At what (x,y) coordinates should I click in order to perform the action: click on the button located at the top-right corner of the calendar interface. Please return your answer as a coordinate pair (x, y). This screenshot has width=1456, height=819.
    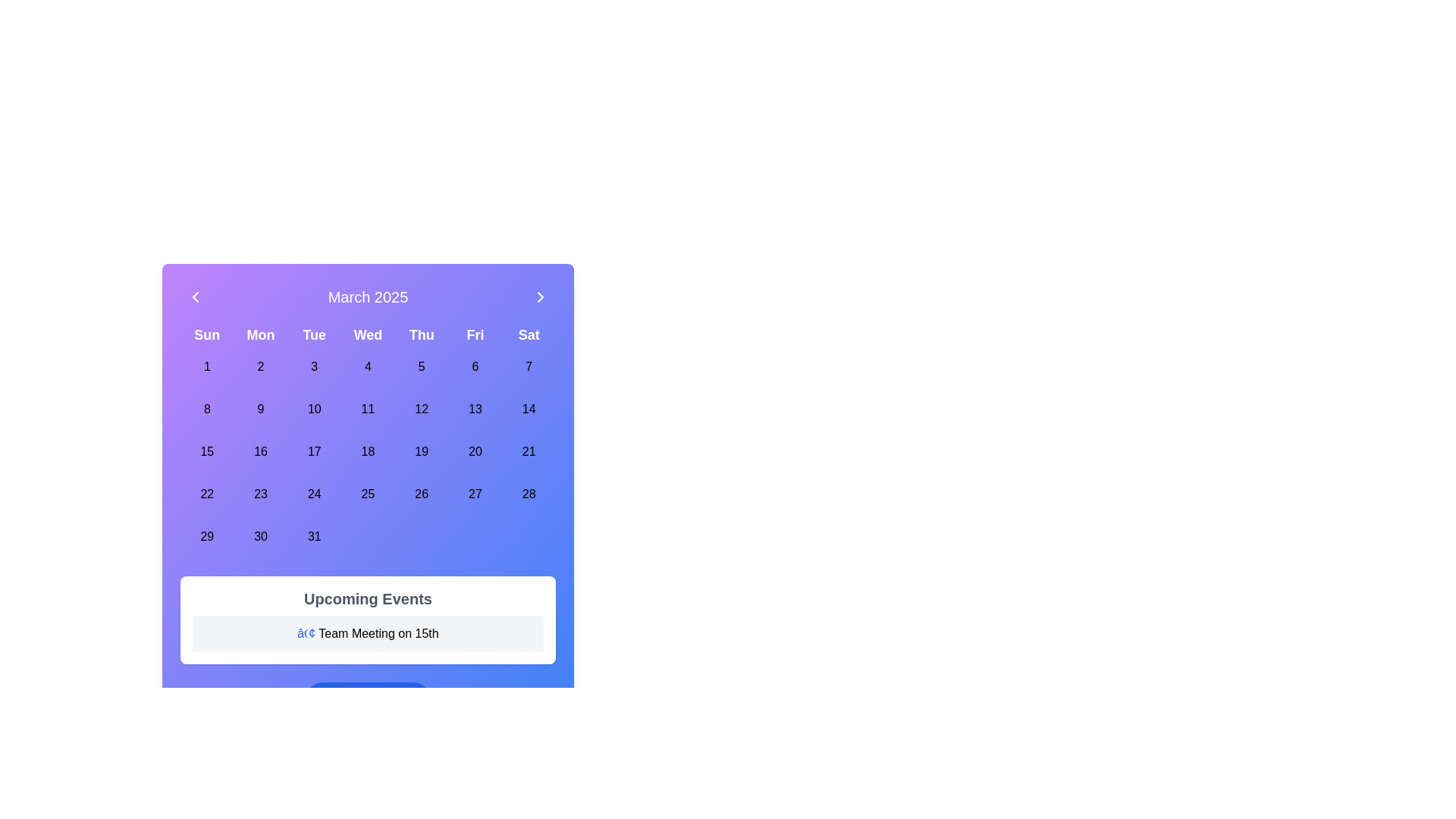
    Looking at the image, I should click on (541, 297).